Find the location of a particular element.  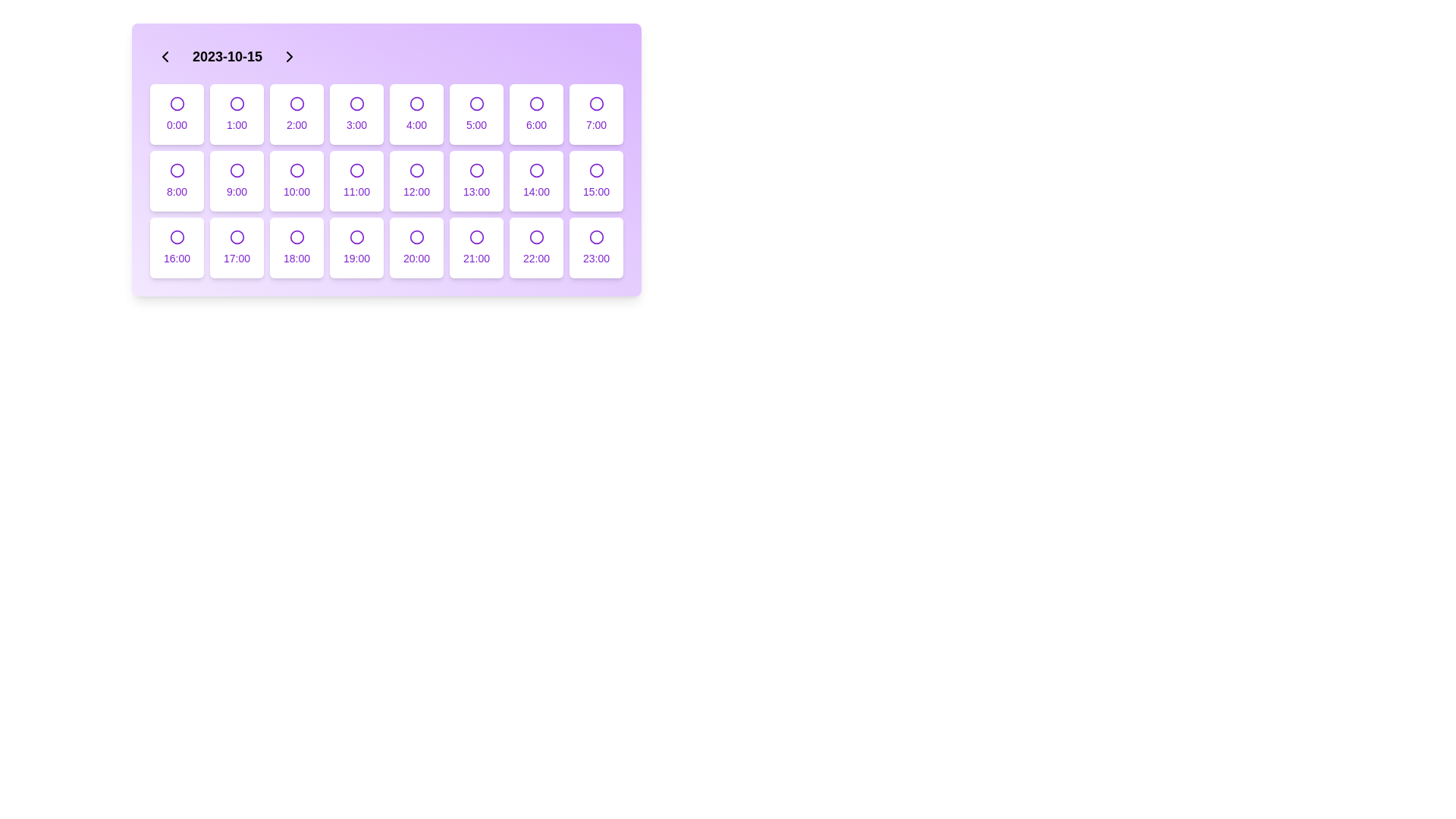

the SVG Circle representing the time slot for '11:00' in the scheduling interface is located at coordinates (356, 170).